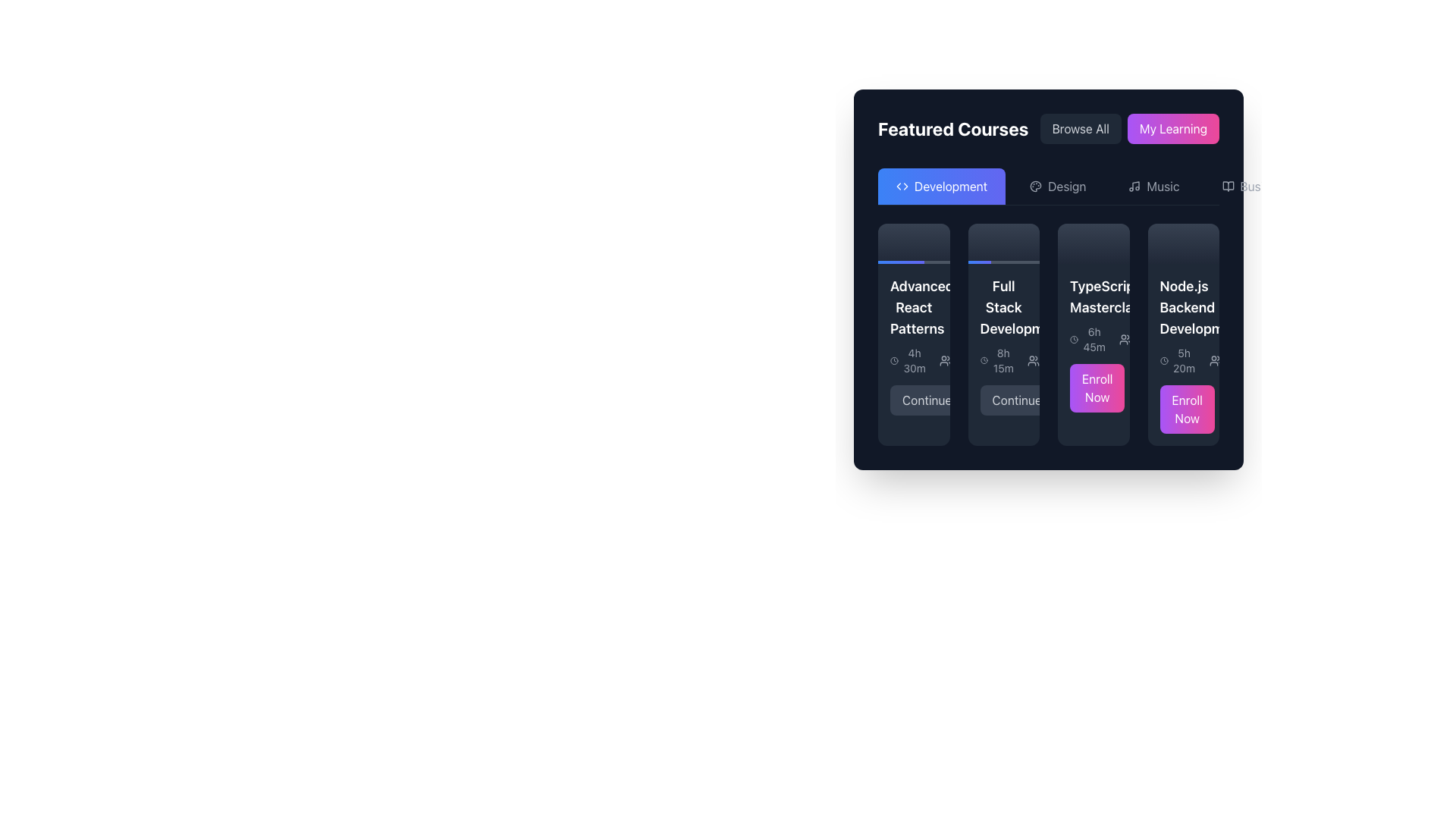 The width and height of the screenshot is (1456, 819). What do you see at coordinates (1182, 307) in the screenshot?
I see `the text label displaying 'Node.js Backend Development', which is prominently styled in white on a dark background and is part of the far-right card in a horizontal list of course offerings` at bounding box center [1182, 307].